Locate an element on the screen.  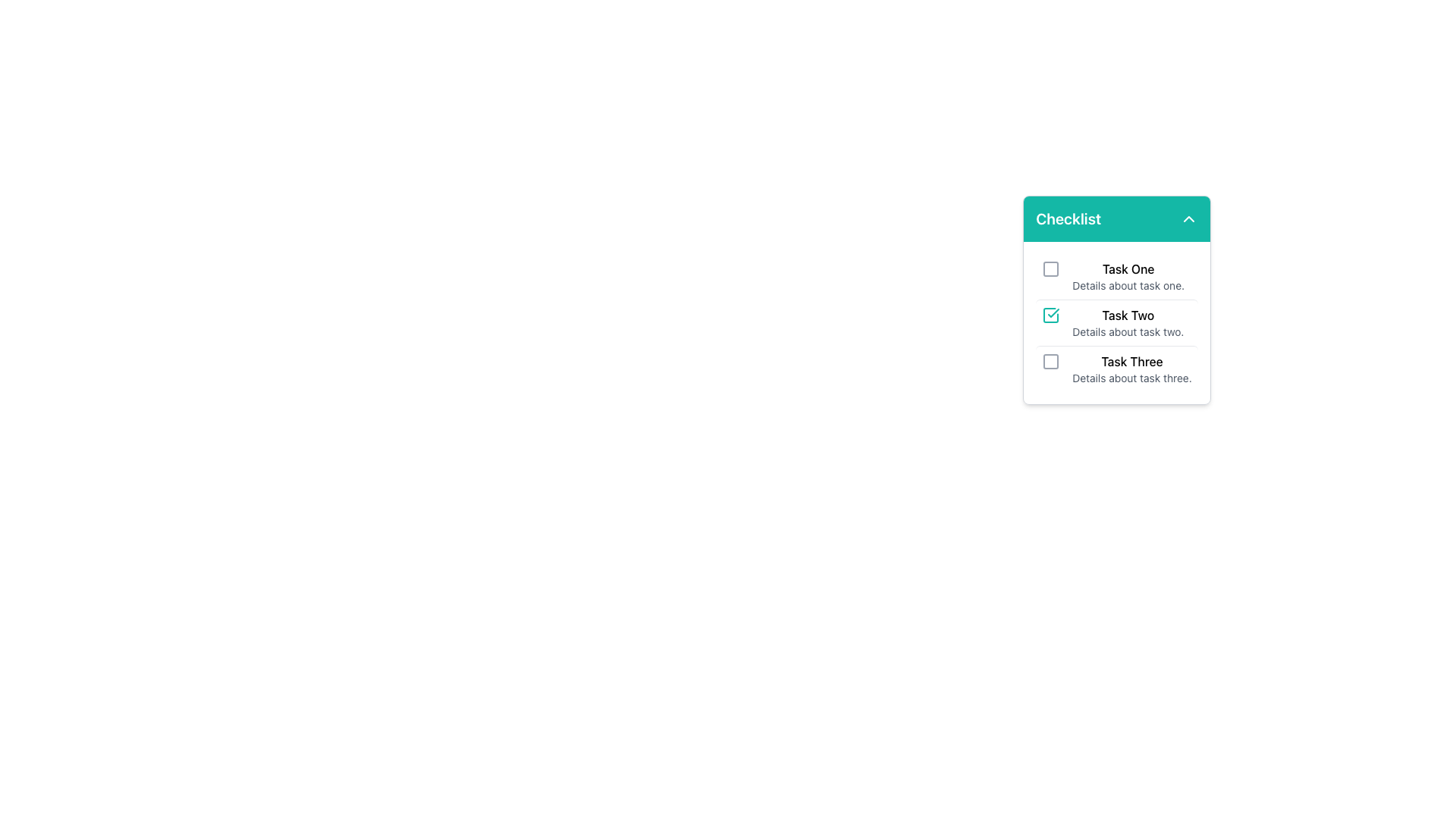
the completion icon for 'Task Two' located in the checklist interface, positioned to the left of the task text is located at coordinates (1053, 312).